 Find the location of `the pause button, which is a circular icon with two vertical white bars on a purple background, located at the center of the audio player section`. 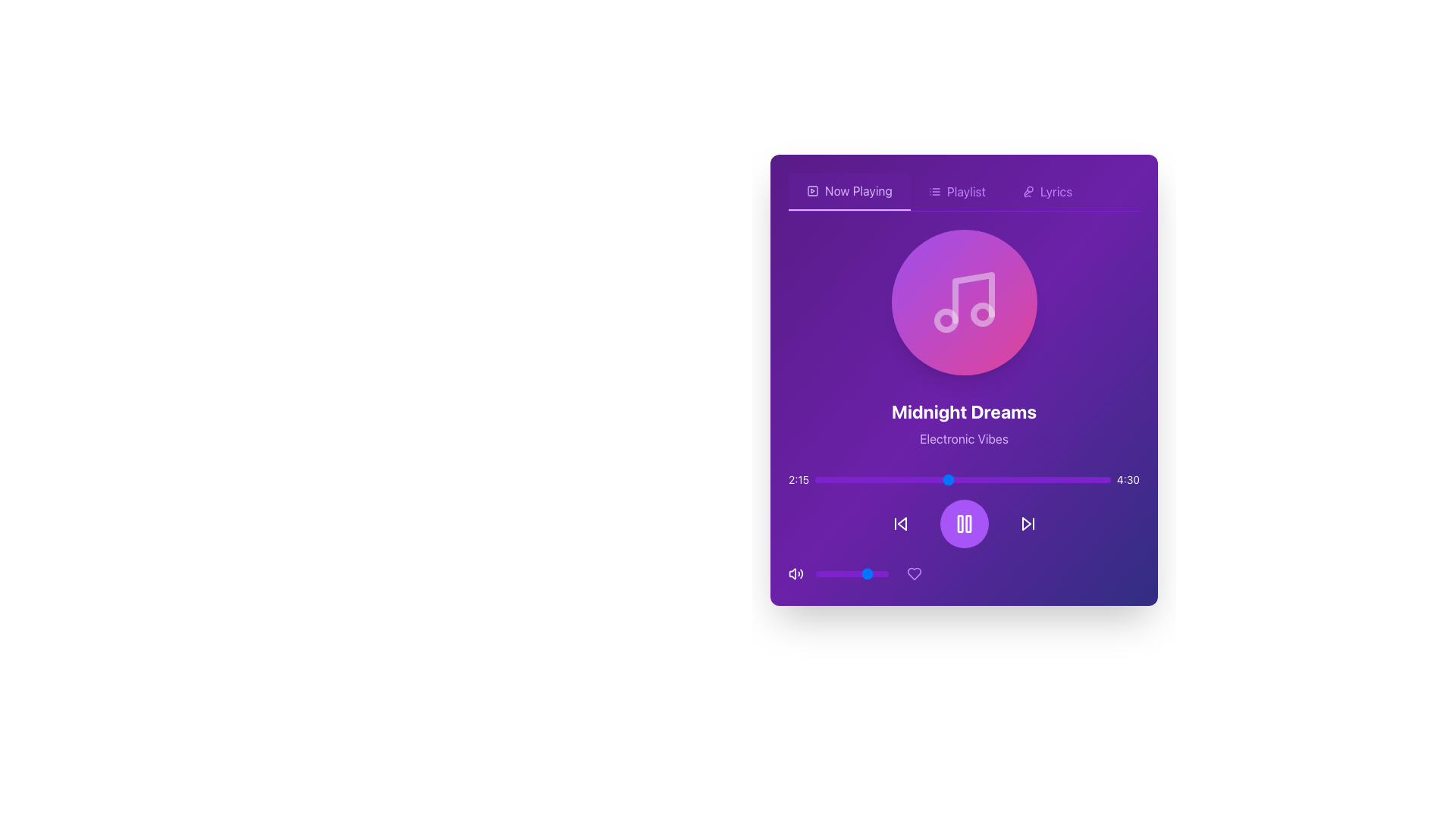

the pause button, which is a circular icon with two vertical white bars on a purple background, located at the center of the audio player section is located at coordinates (963, 522).